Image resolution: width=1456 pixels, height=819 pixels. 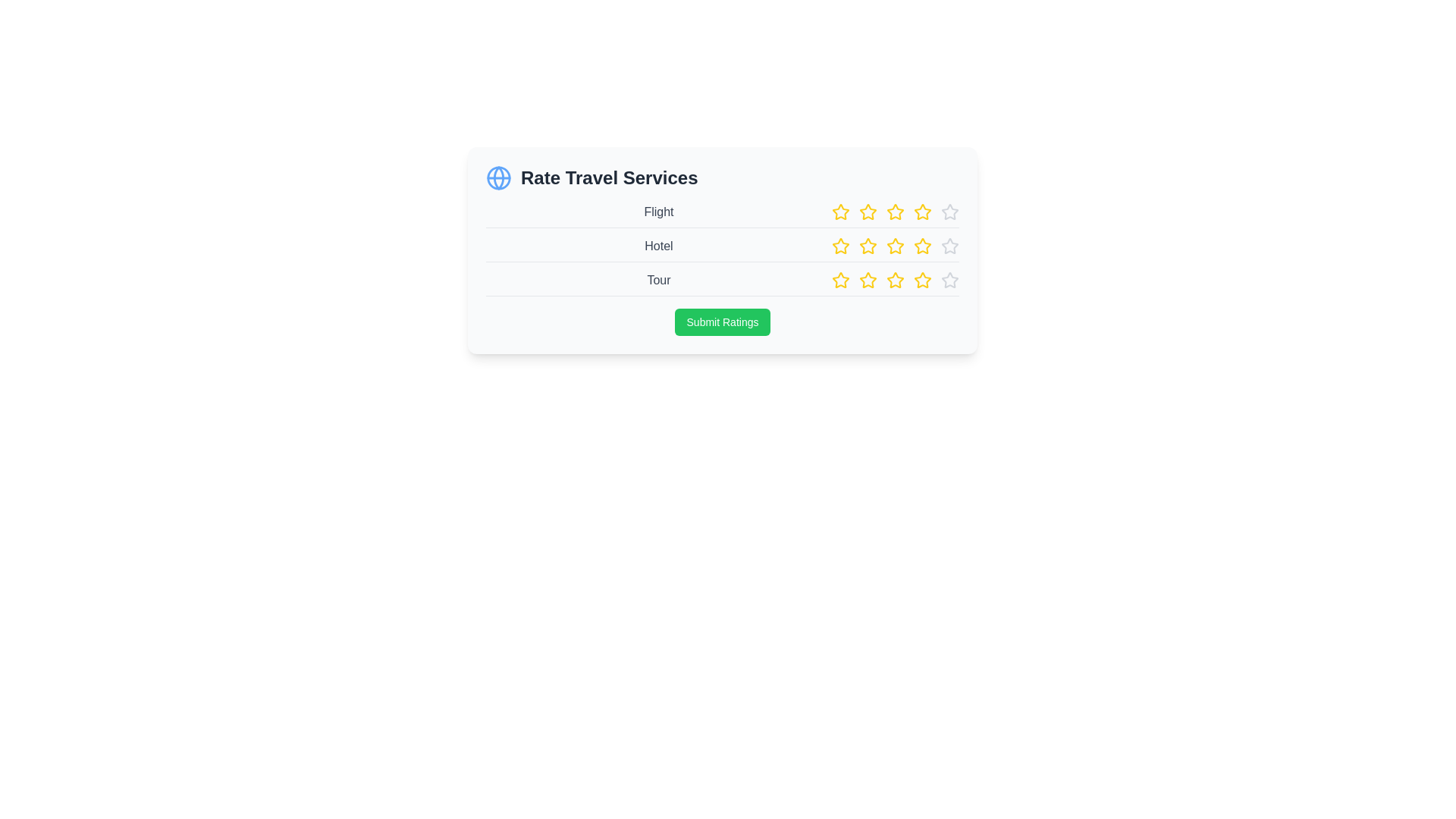 I want to click on the second star-shaped icon in the hotel rating system, so click(x=839, y=245).